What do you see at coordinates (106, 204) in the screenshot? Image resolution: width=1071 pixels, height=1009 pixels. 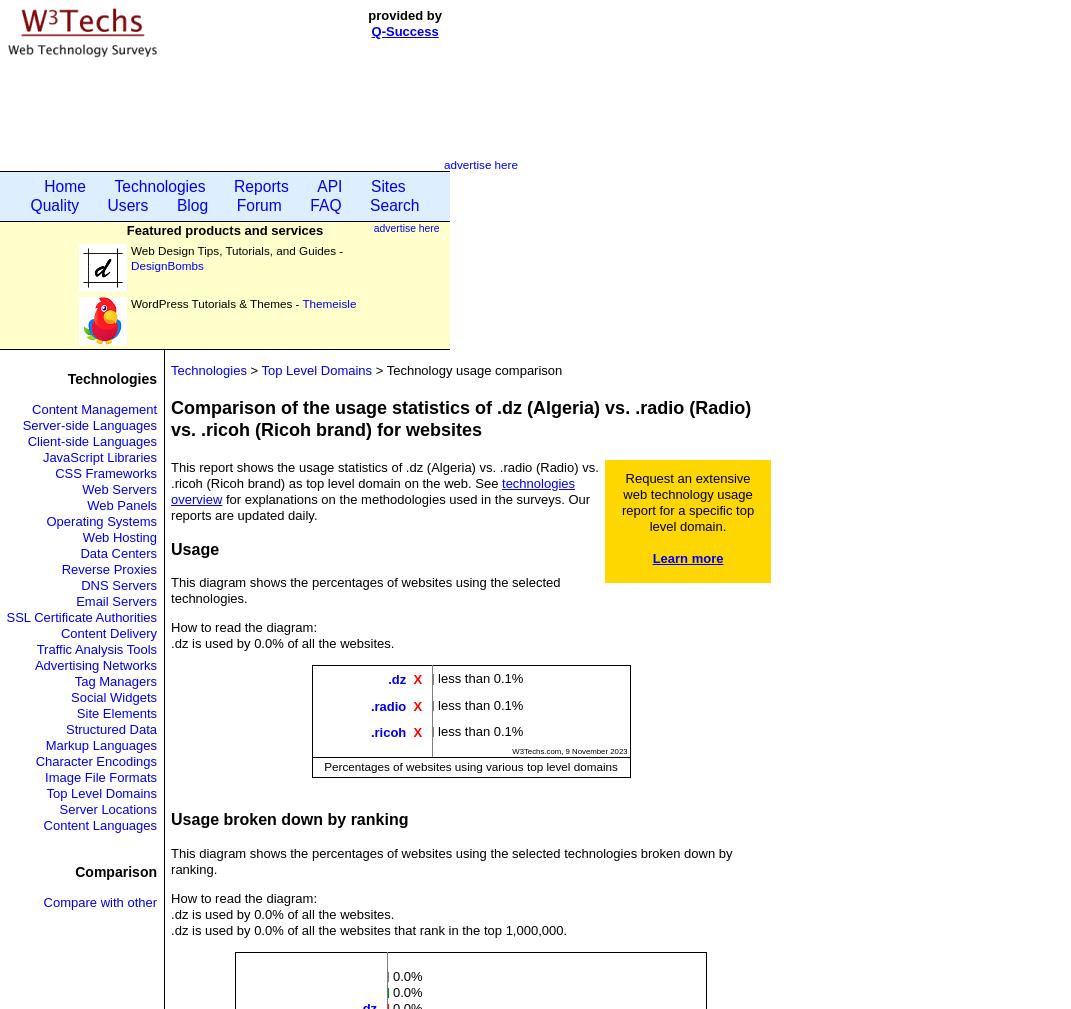 I see `'Users'` at bounding box center [106, 204].